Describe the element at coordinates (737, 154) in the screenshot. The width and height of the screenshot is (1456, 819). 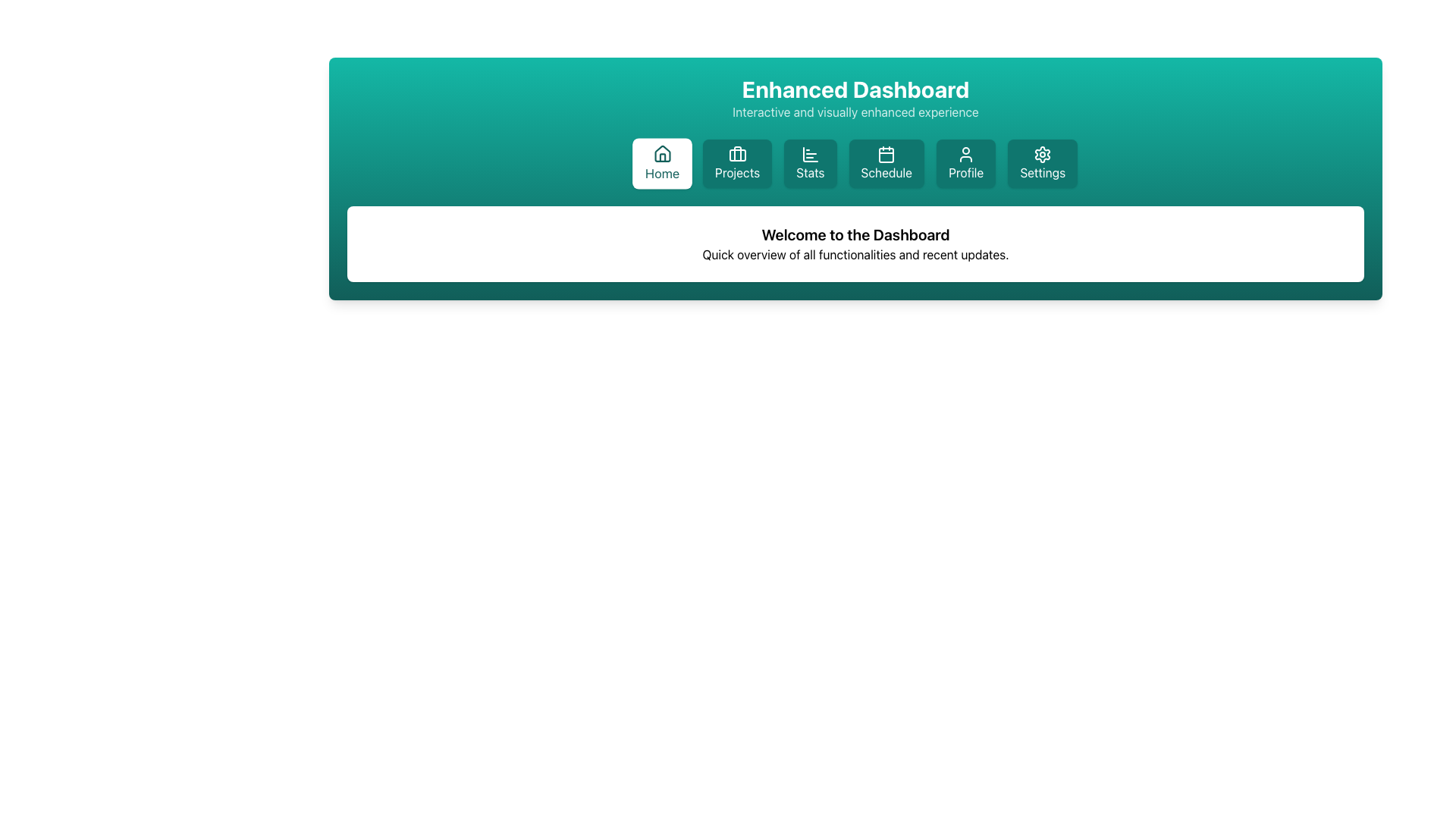
I see `the Projects button which is represented by a briefcase icon located in the navigation bar at the top of the interface, positioned second from the left` at that location.